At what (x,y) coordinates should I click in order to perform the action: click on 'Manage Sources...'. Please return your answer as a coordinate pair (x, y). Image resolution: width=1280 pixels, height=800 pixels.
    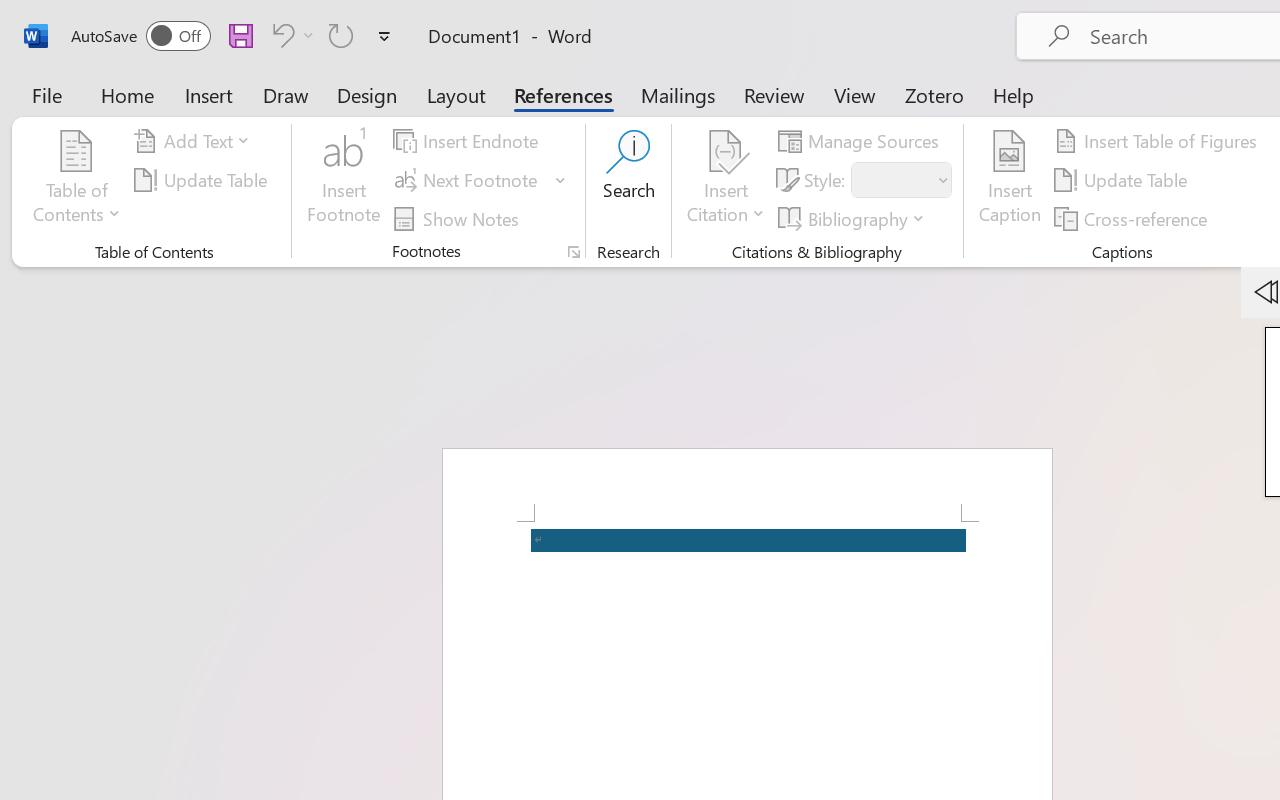
    Looking at the image, I should click on (862, 141).